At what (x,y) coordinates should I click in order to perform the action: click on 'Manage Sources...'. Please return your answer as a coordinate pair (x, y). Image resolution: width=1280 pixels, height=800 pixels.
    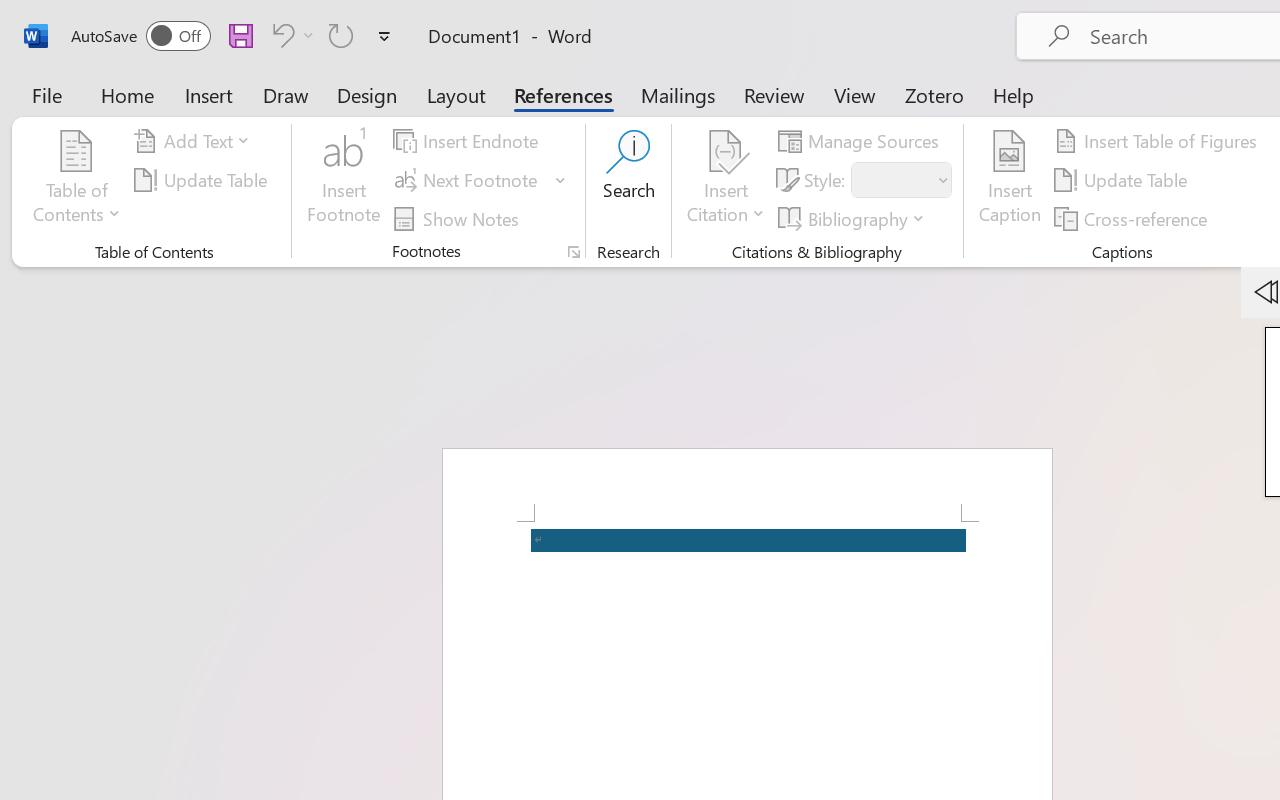
    Looking at the image, I should click on (862, 141).